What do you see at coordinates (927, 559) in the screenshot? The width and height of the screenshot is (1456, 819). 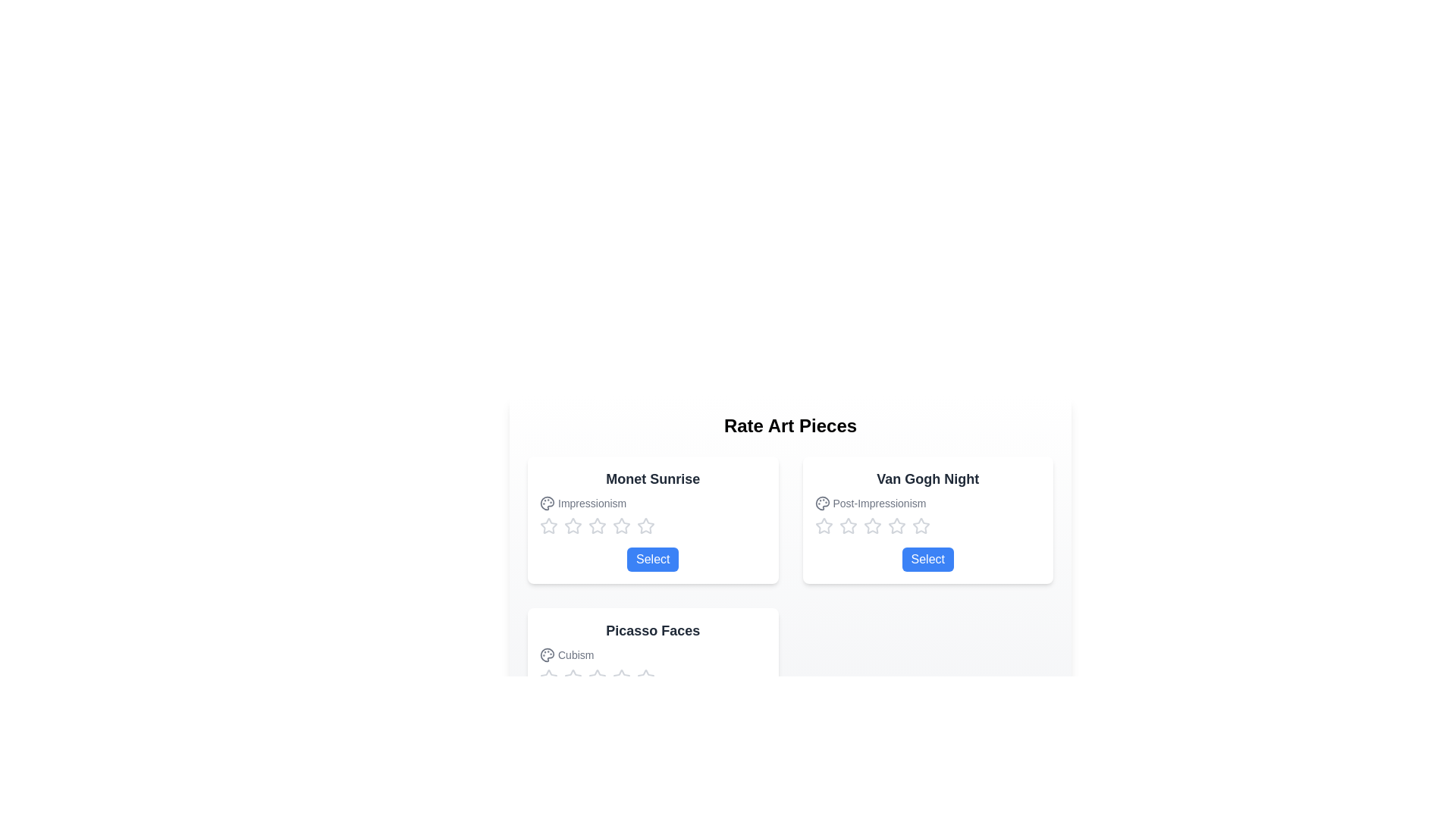 I see `the button located at the bottom of the 'Van Gogh Night' card` at bounding box center [927, 559].